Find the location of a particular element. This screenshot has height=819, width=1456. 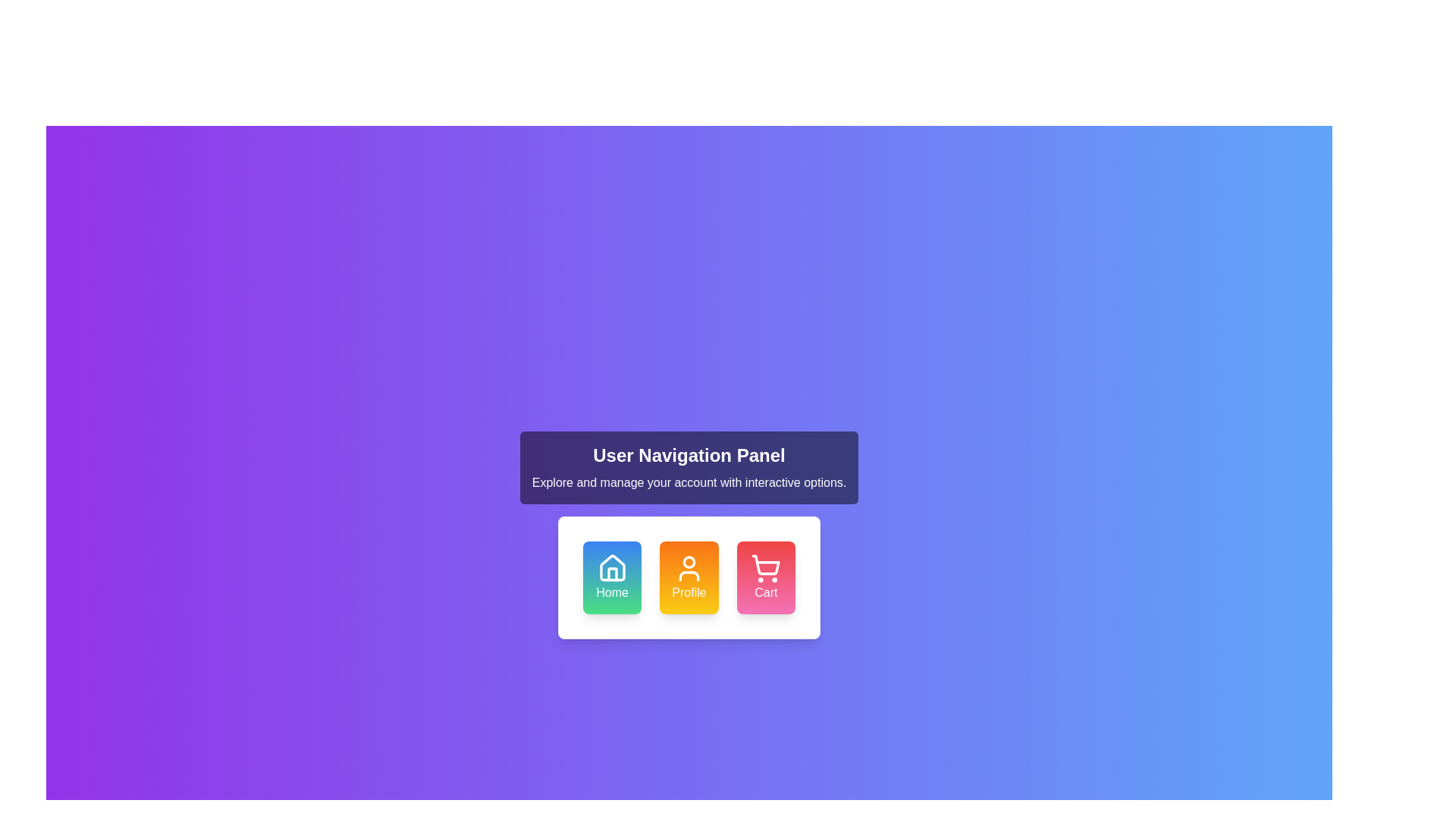

the 'Profile' text label which is displayed in white font on an orange-yellow gradient background, located below a user silhouette icon in the center card of the User Navigation Panel is located at coordinates (688, 592).